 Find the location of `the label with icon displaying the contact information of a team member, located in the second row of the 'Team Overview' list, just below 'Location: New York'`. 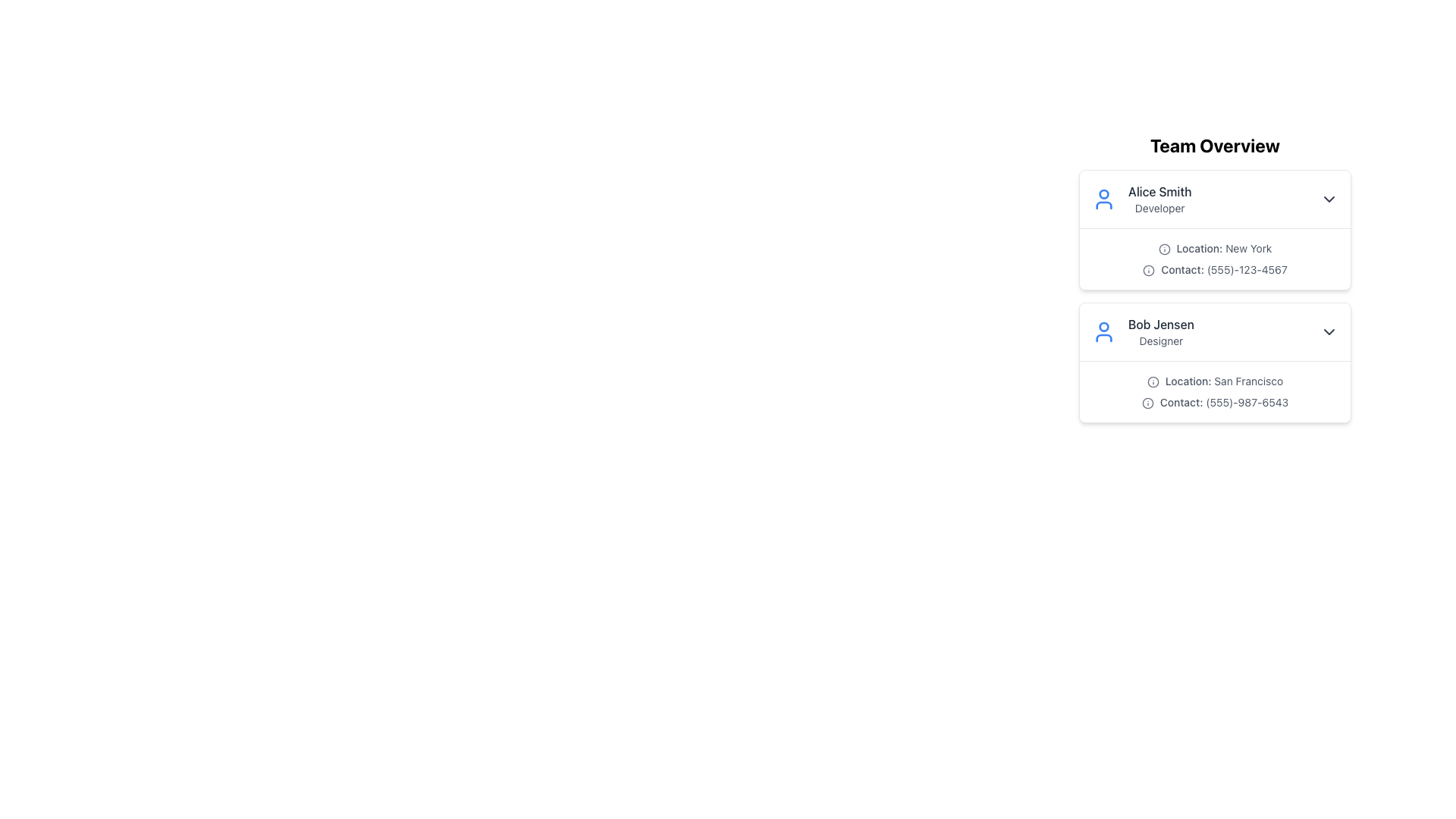

the label with icon displaying the contact information of a team member, located in the second row of the 'Team Overview' list, just below 'Location: New York' is located at coordinates (1215, 268).